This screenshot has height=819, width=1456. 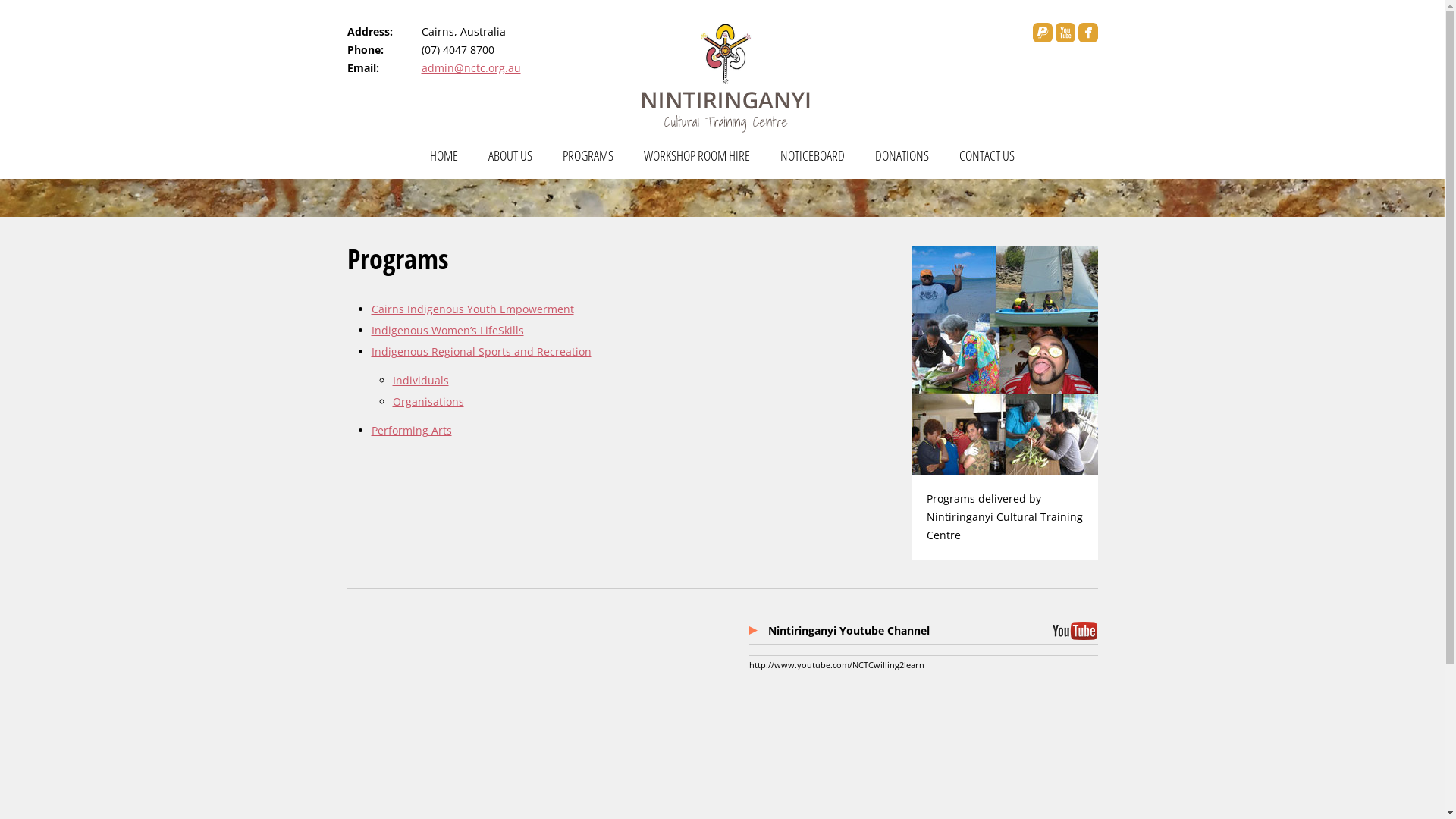 I want to click on 'HOME', so click(x=443, y=161).